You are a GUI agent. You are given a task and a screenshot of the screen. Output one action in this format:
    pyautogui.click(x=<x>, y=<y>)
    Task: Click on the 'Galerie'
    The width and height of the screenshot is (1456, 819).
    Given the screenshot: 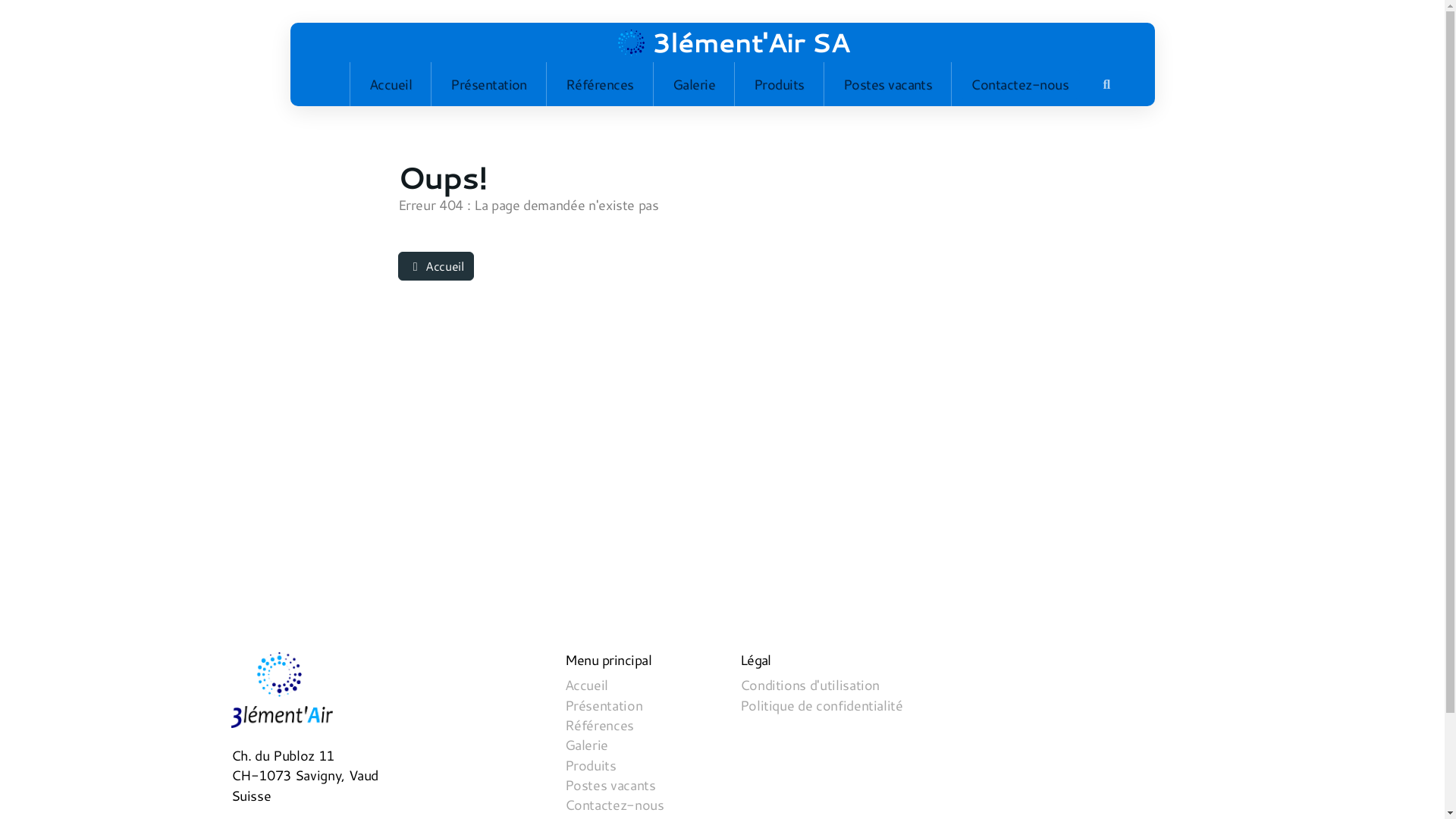 What is the action you would take?
    pyautogui.click(x=693, y=84)
    